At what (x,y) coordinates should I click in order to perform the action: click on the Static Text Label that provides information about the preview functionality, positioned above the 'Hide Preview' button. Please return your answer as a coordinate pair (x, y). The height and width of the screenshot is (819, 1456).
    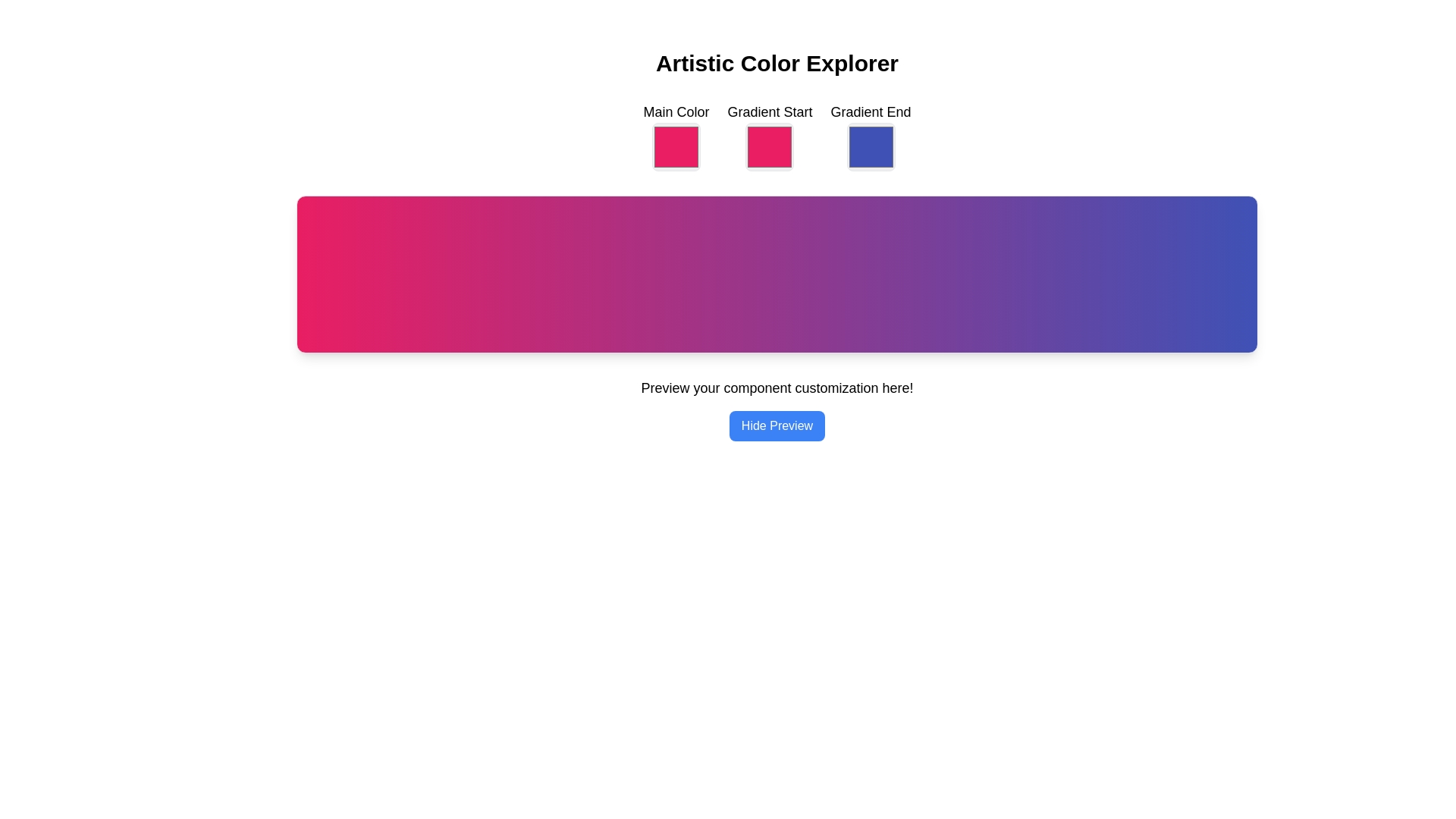
    Looking at the image, I should click on (777, 388).